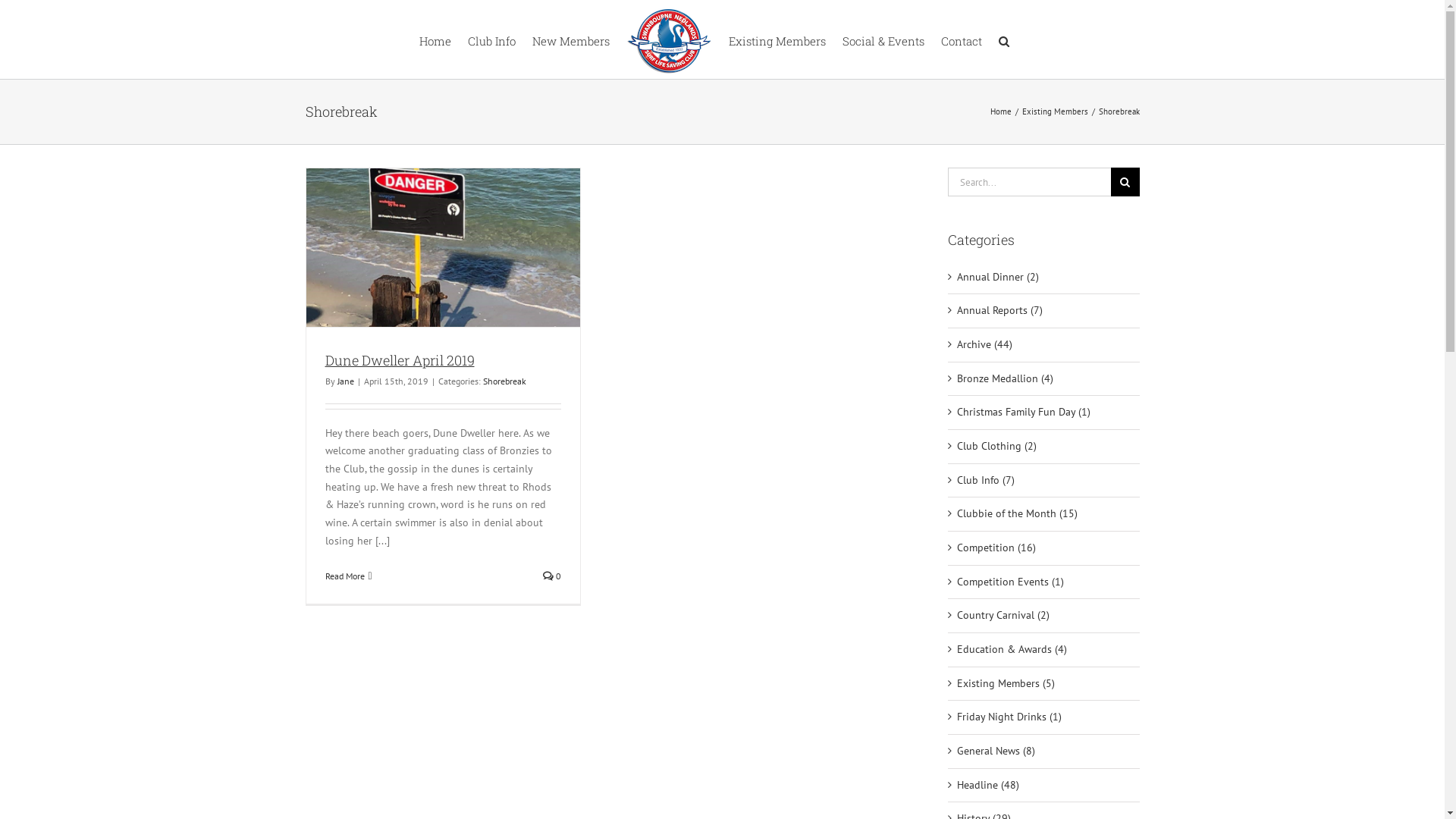 The image size is (1456, 819). I want to click on 'Jane', so click(336, 380).